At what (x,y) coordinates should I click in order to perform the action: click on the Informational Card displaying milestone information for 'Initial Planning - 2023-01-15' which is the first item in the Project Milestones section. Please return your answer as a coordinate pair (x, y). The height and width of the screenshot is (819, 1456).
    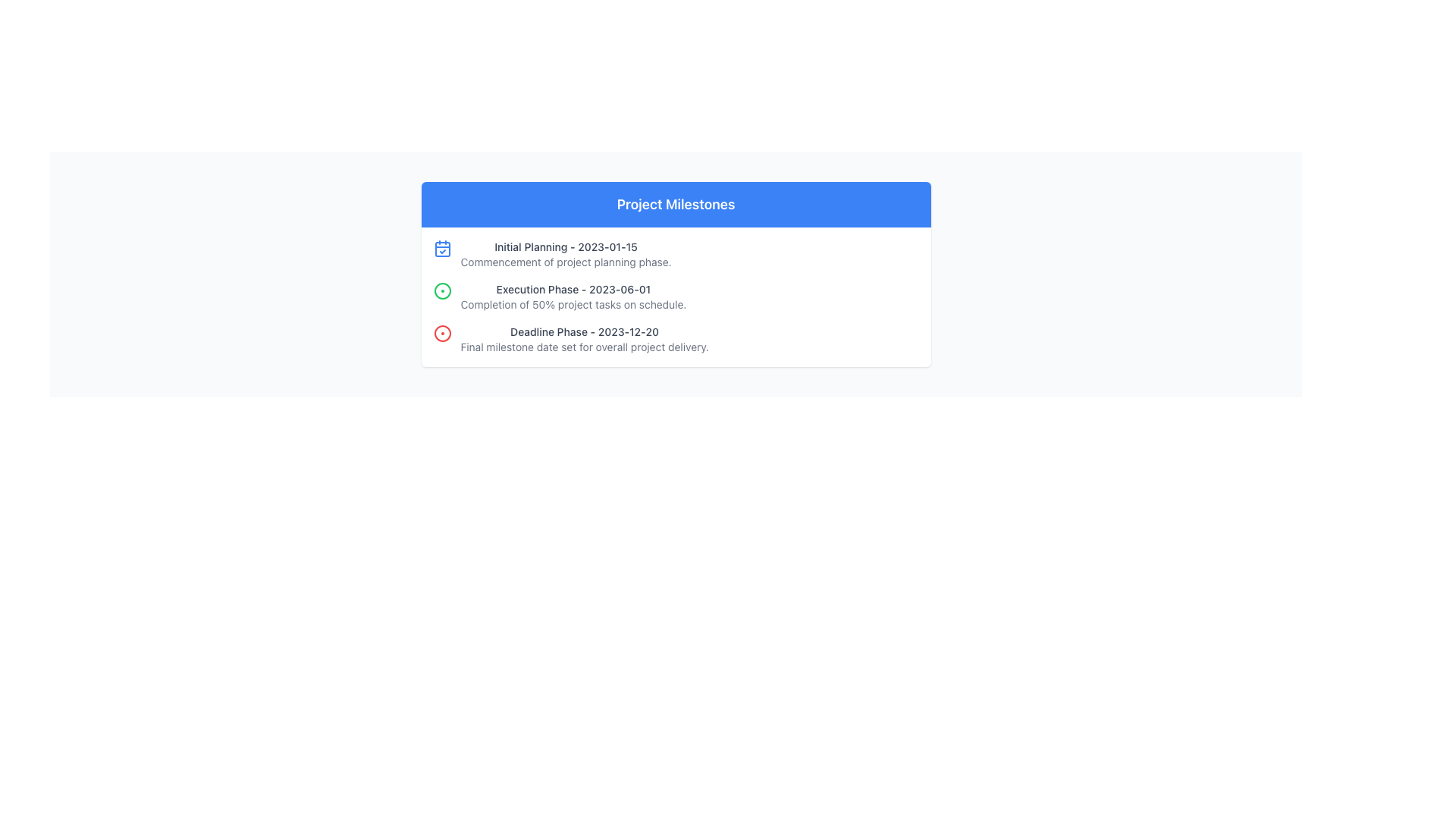
    Looking at the image, I should click on (675, 253).